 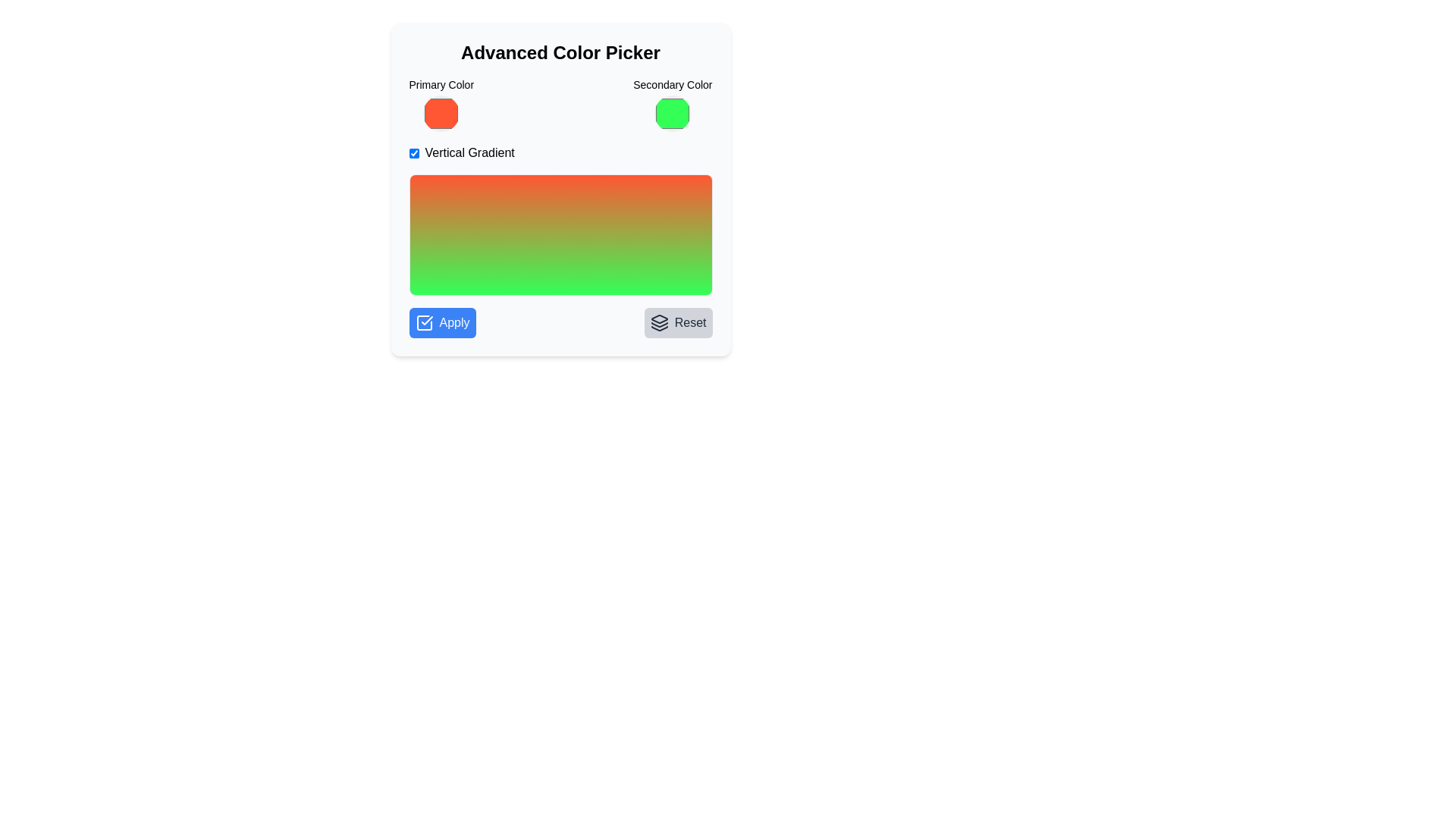 What do you see at coordinates (672, 84) in the screenshot?
I see `the 'Secondary Color' text label located at the top-right of the 'Advanced Color Picker' interface, which displays the text in a small-sized font with medium weight` at bounding box center [672, 84].